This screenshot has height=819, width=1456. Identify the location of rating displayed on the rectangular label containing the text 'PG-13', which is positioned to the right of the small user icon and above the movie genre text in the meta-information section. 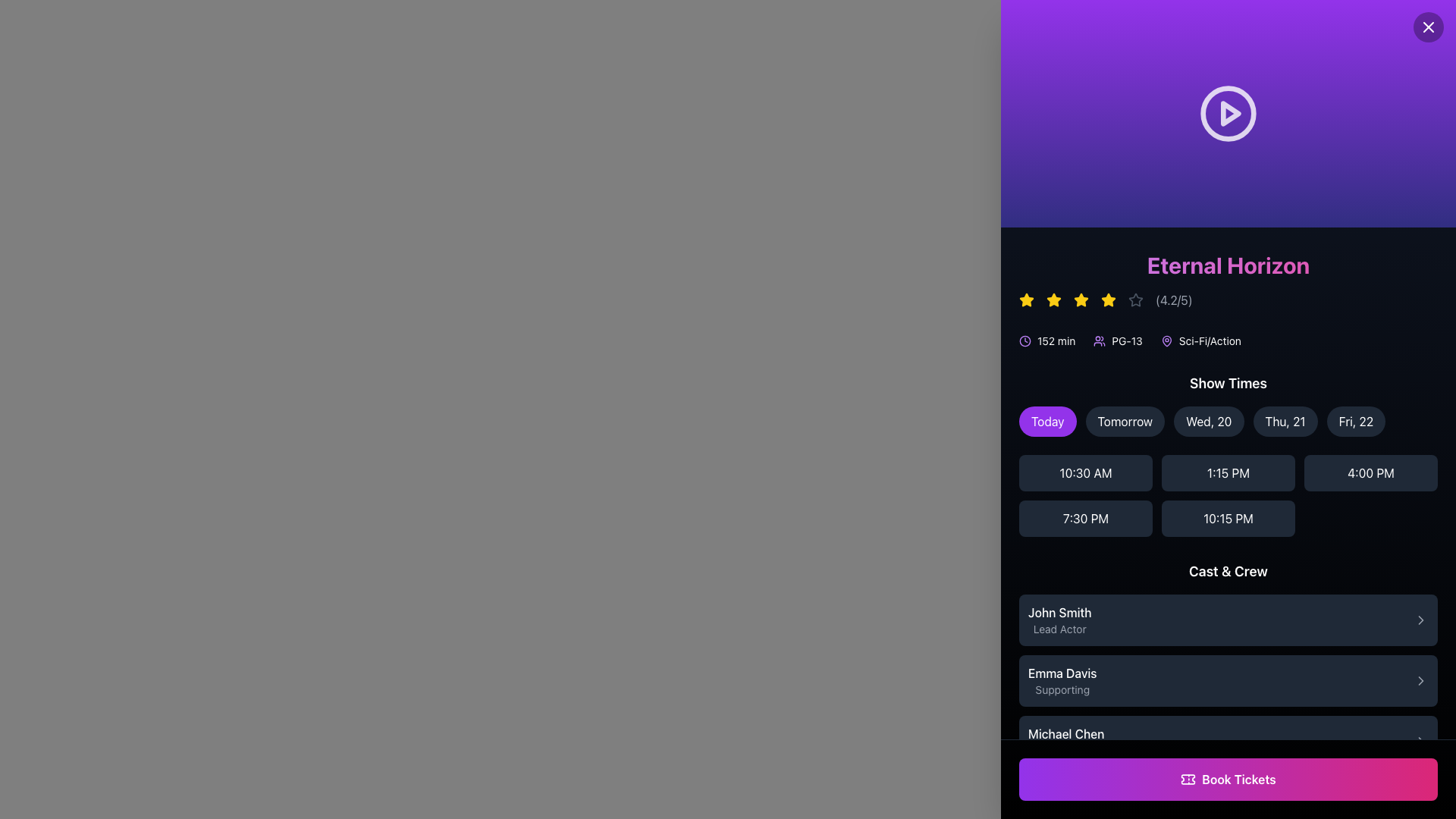
(1127, 341).